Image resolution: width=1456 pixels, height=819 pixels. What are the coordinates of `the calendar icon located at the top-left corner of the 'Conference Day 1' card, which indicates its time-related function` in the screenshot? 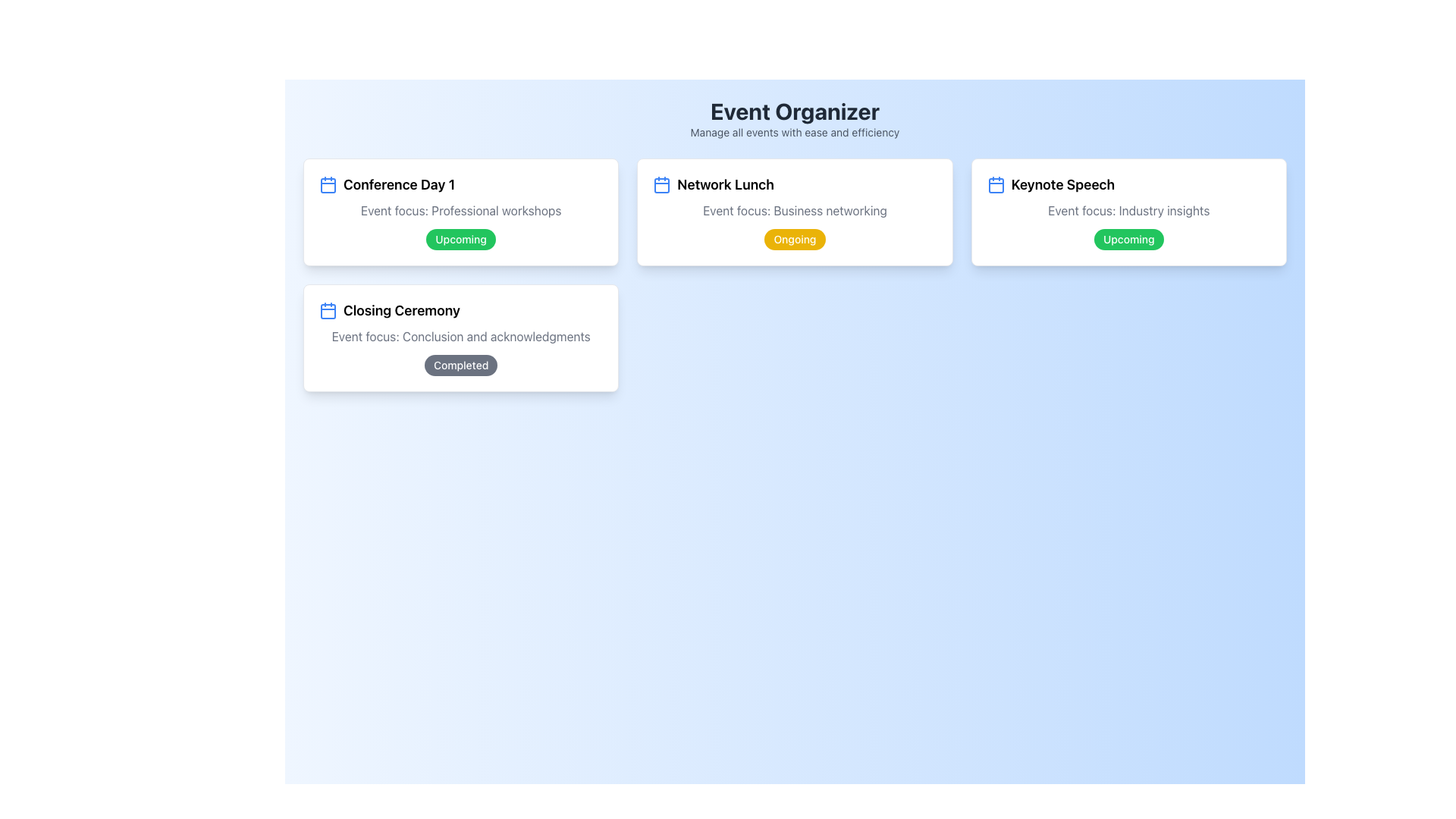 It's located at (327, 184).